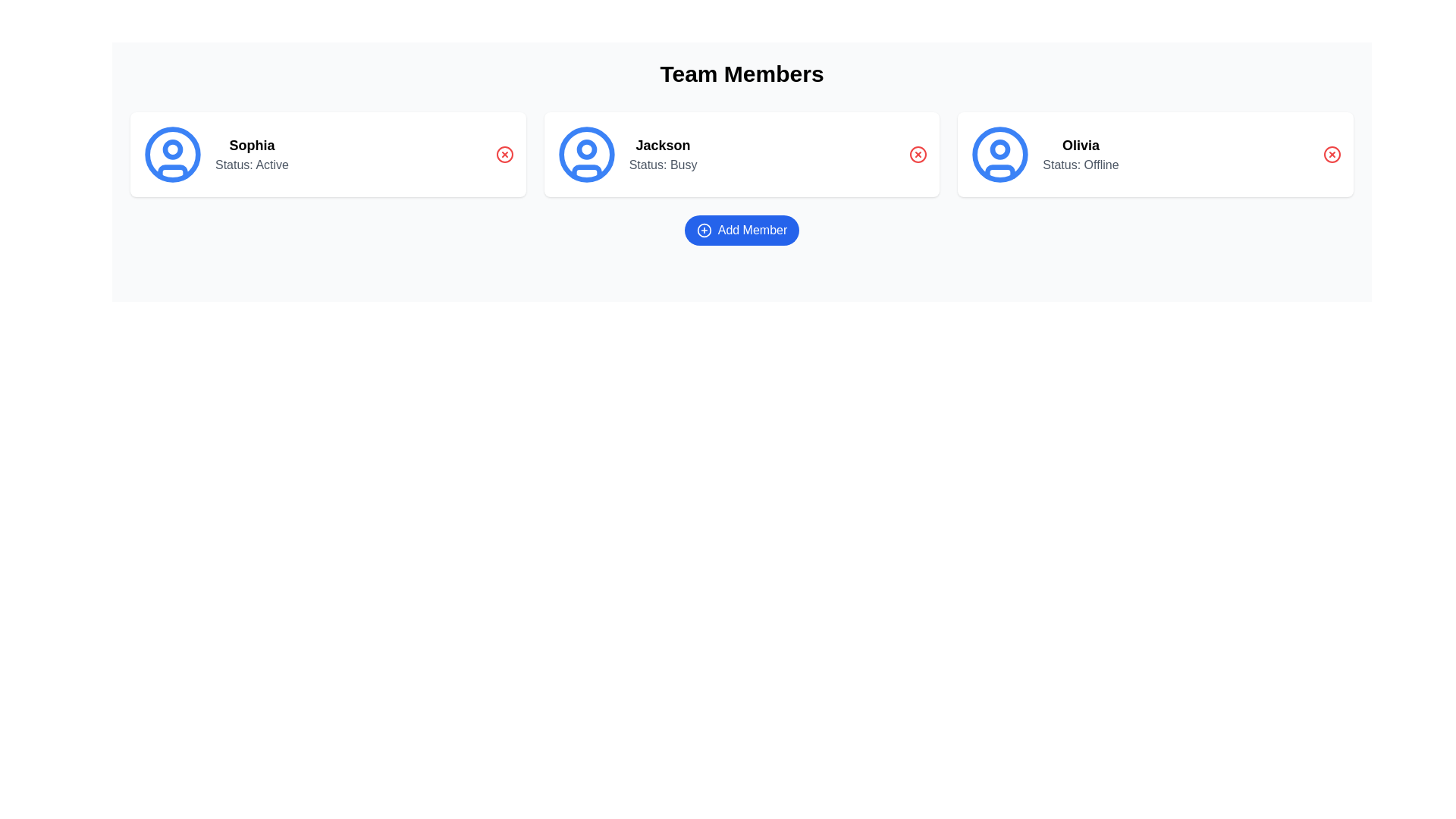  What do you see at coordinates (252, 165) in the screenshot?
I see `the text label displaying 'Status: Active', which is styled in gray font and located directly below the name 'Sophia'` at bounding box center [252, 165].